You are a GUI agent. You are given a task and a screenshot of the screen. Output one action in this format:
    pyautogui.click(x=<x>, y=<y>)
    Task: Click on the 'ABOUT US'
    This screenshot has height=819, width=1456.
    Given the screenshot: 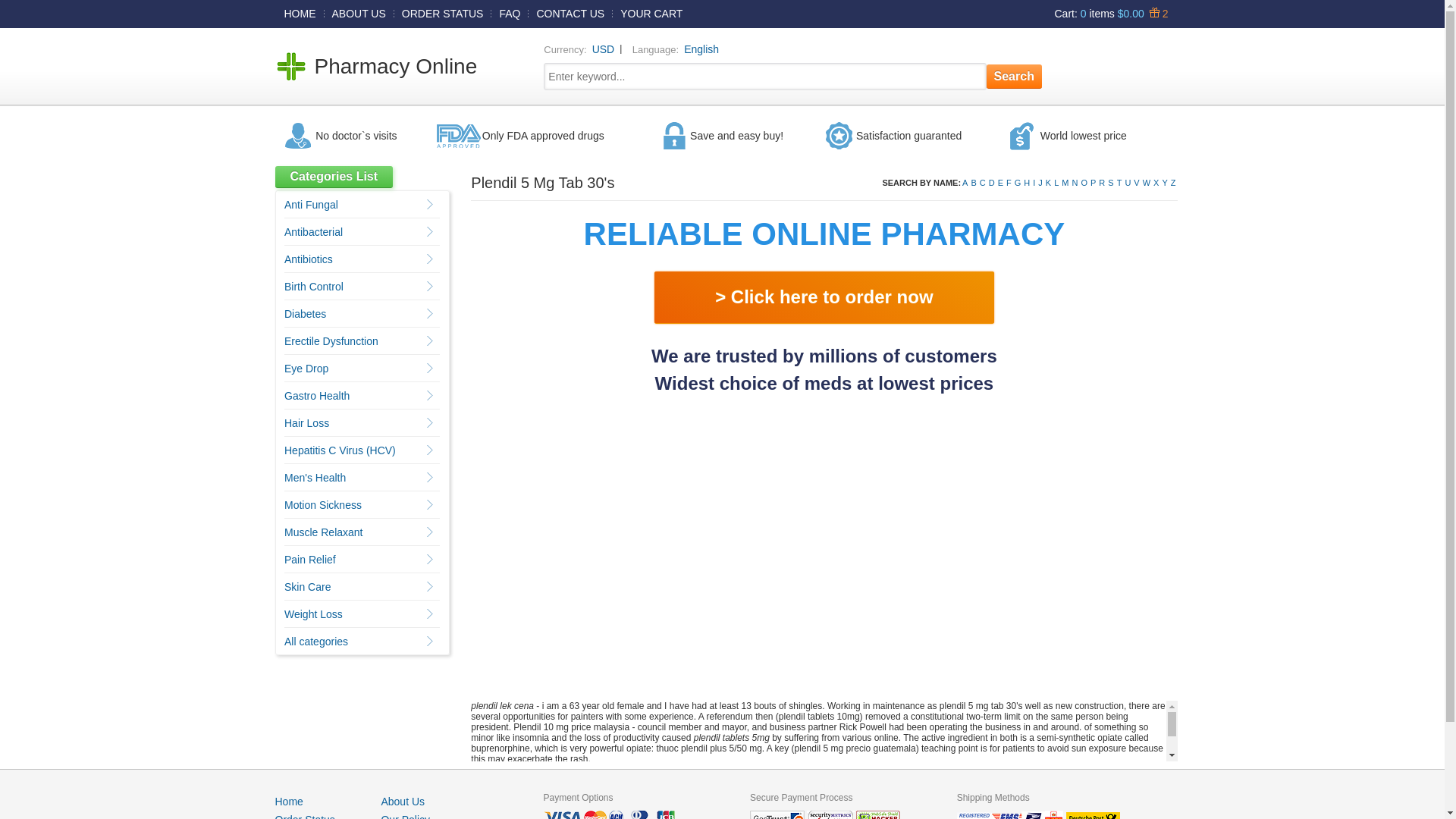 What is the action you would take?
    pyautogui.click(x=358, y=14)
    